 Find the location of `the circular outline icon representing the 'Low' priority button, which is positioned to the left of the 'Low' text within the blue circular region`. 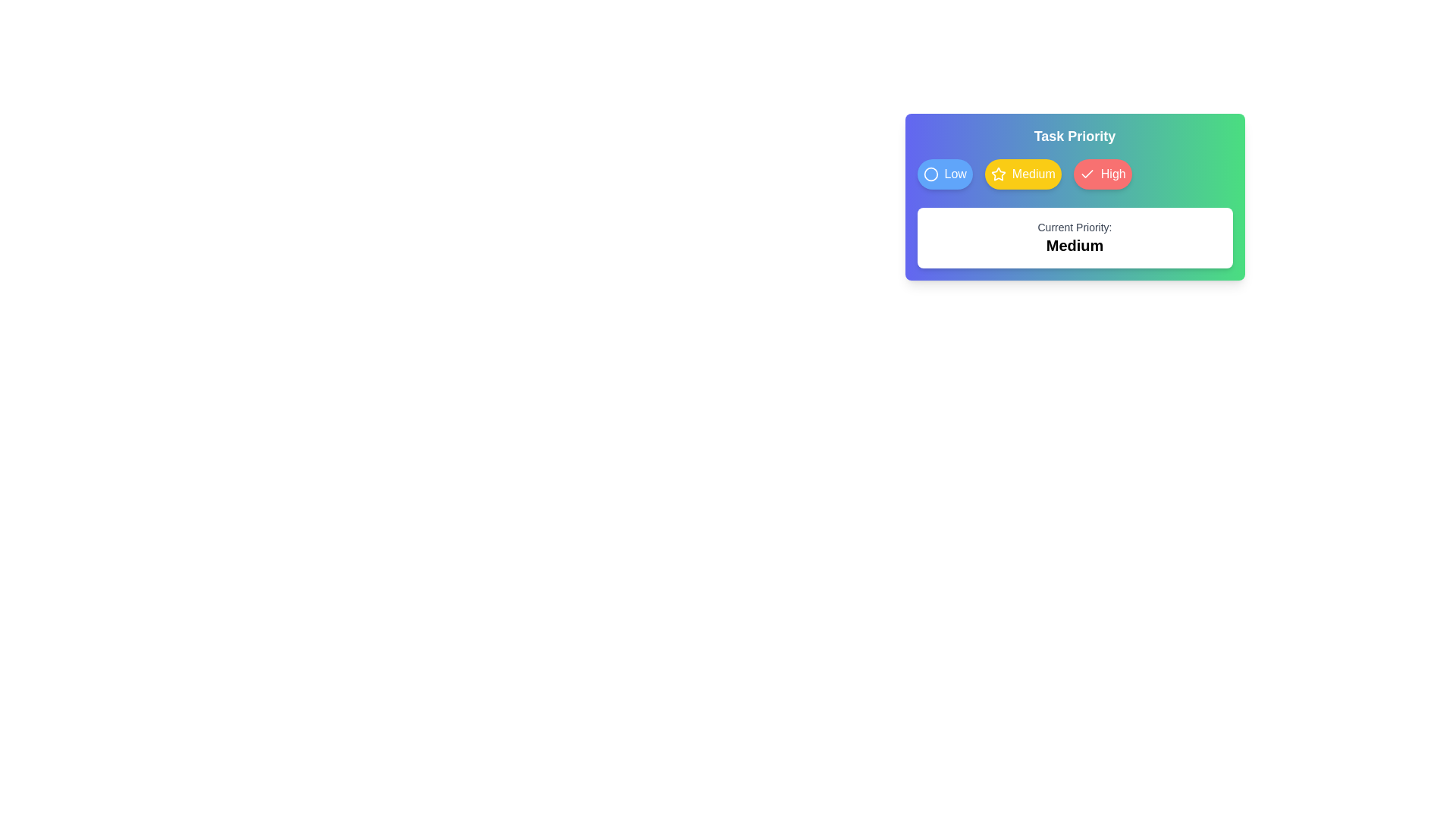

the circular outline icon representing the 'Low' priority button, which is positioned to the left of the 'Low' text within the blue circular region is located at coordinates (930, 174).